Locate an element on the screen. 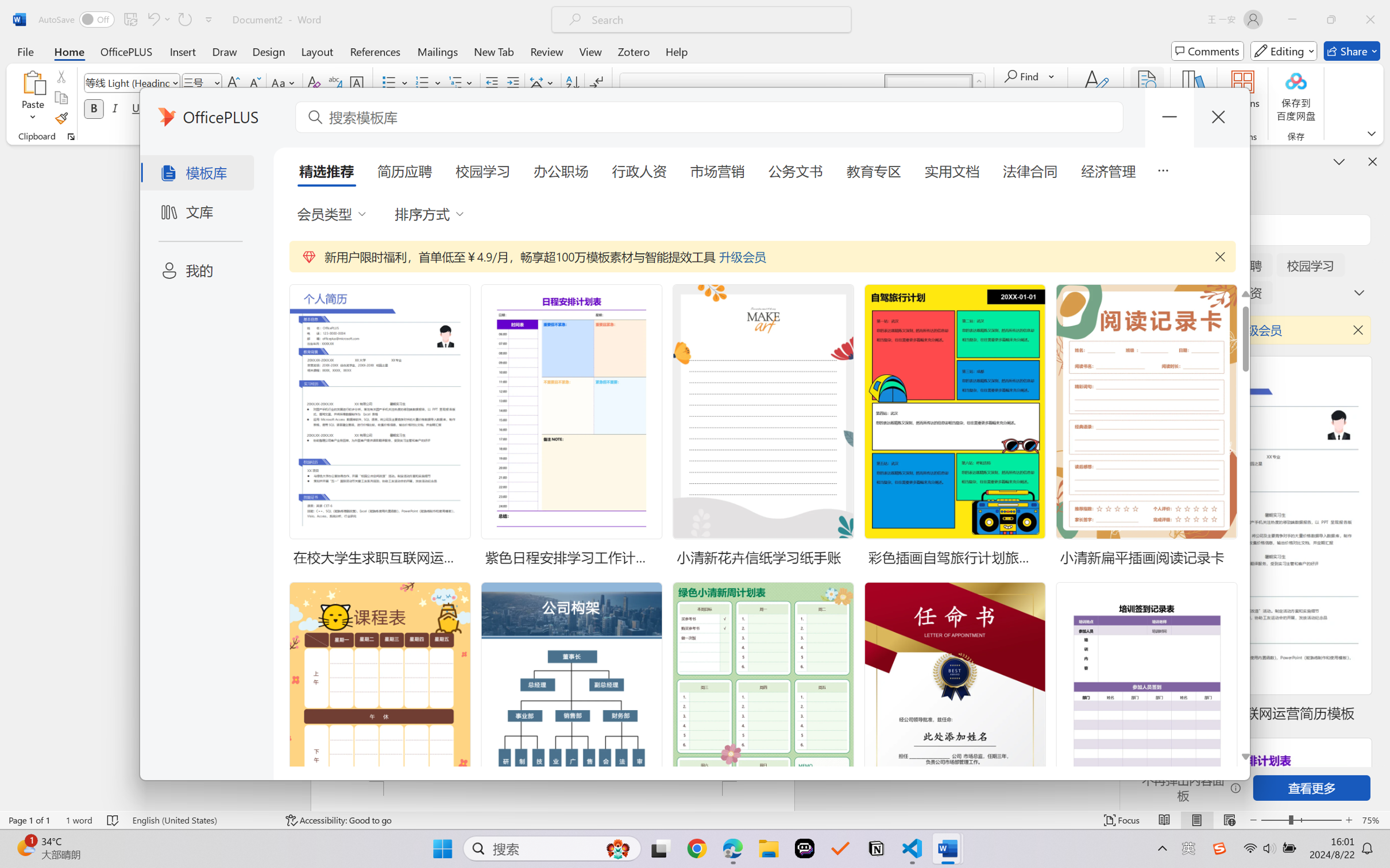  'Zoom In' is located at coordinates (1349, 820).